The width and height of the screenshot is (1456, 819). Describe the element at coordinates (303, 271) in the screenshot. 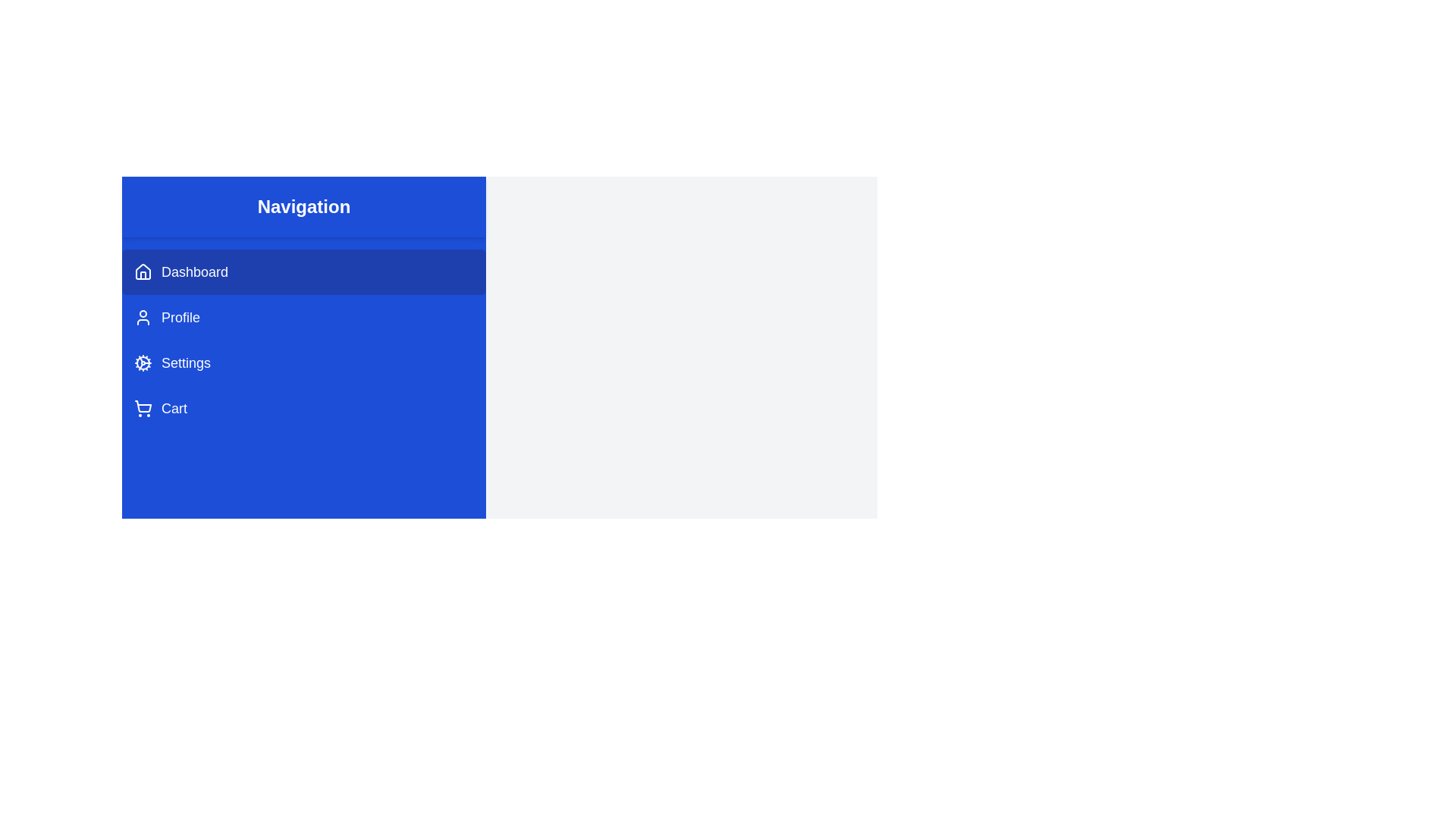

I see `the 'Dashboard' navigation button located in the left sidebar to observe the color change effect` at that location.